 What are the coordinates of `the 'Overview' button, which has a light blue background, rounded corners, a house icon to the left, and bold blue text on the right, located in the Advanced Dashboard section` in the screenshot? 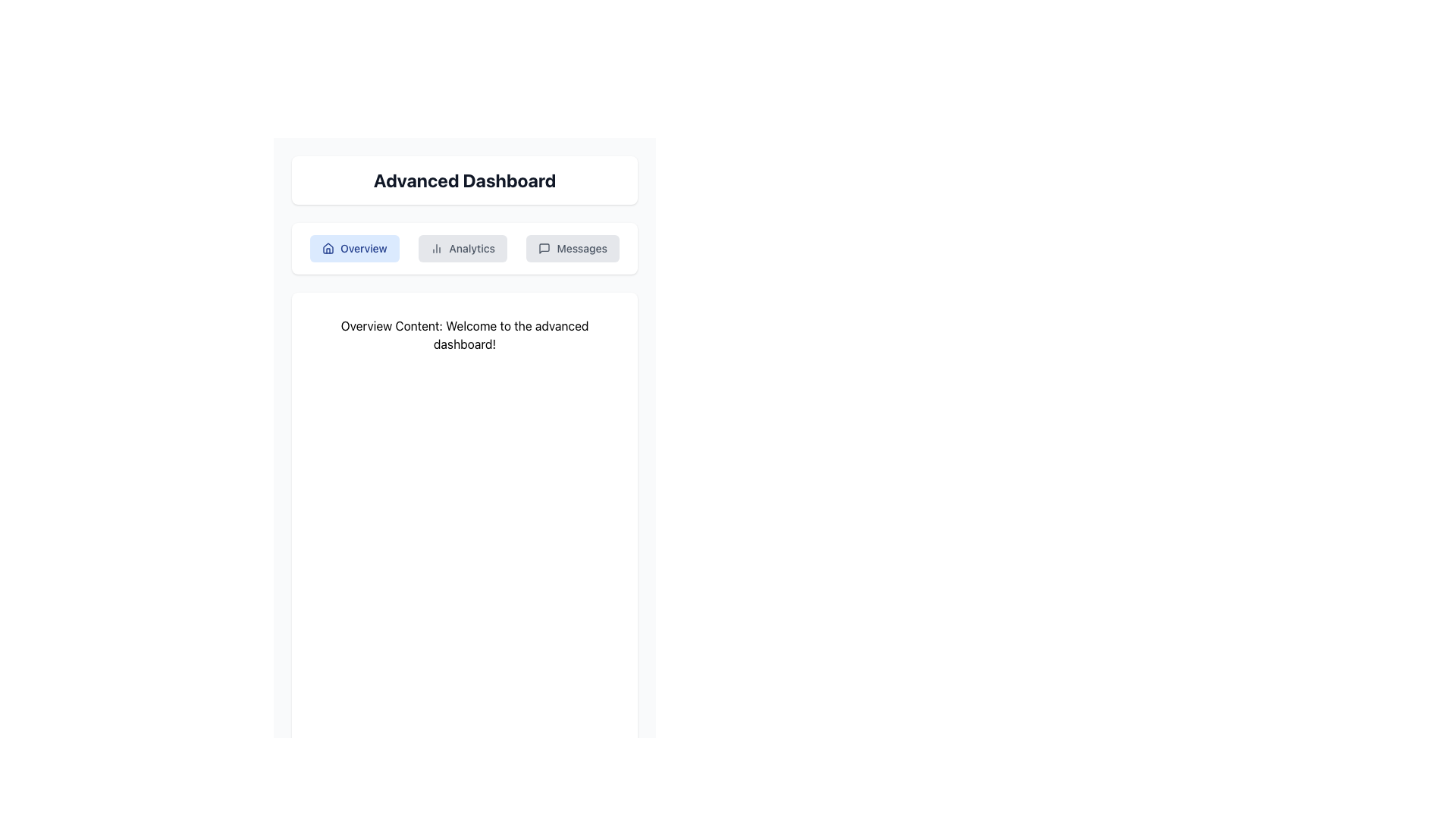 It's located at (353, 247).